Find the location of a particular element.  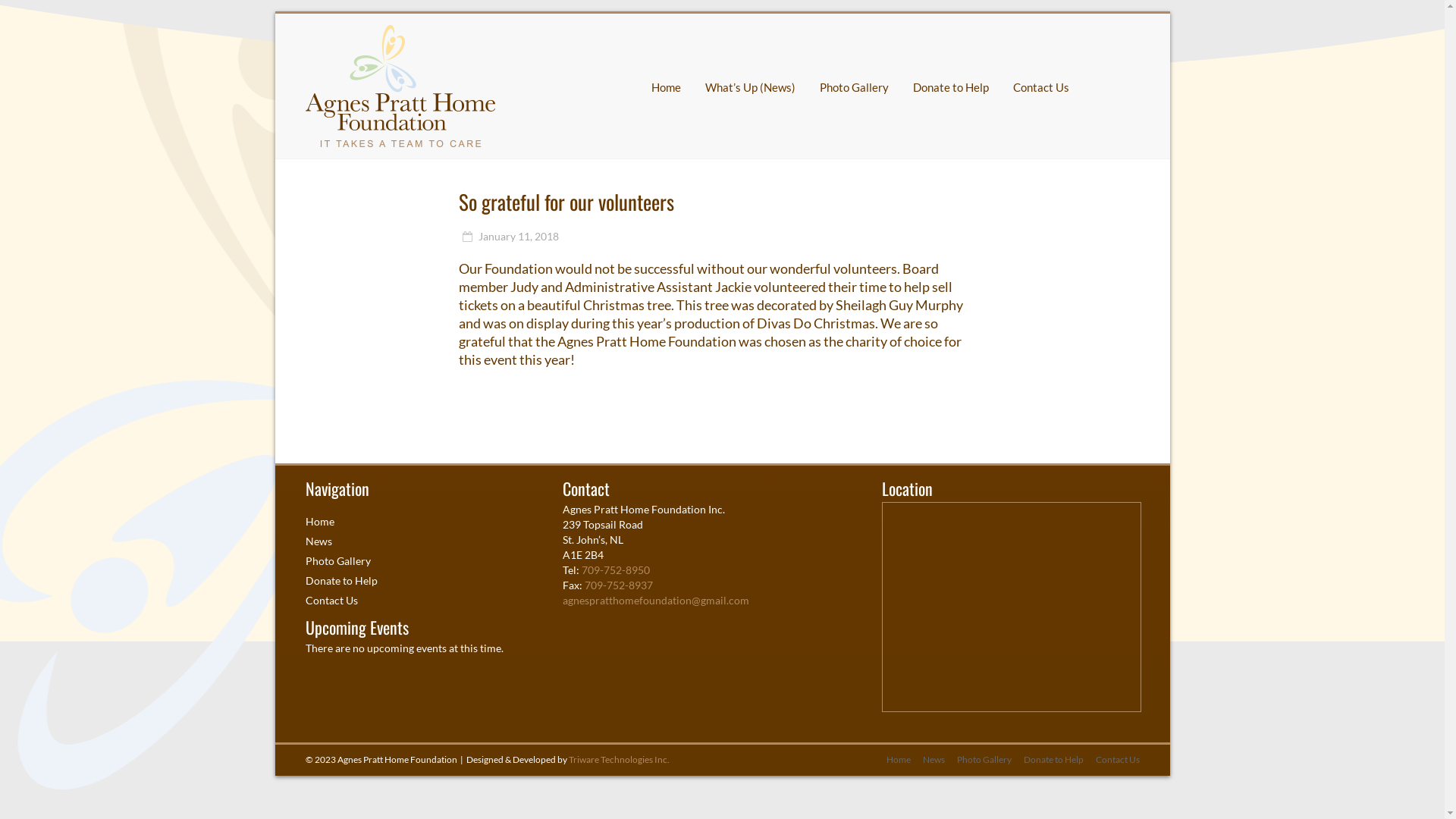

'Home' is located at coordinates (318, 520).